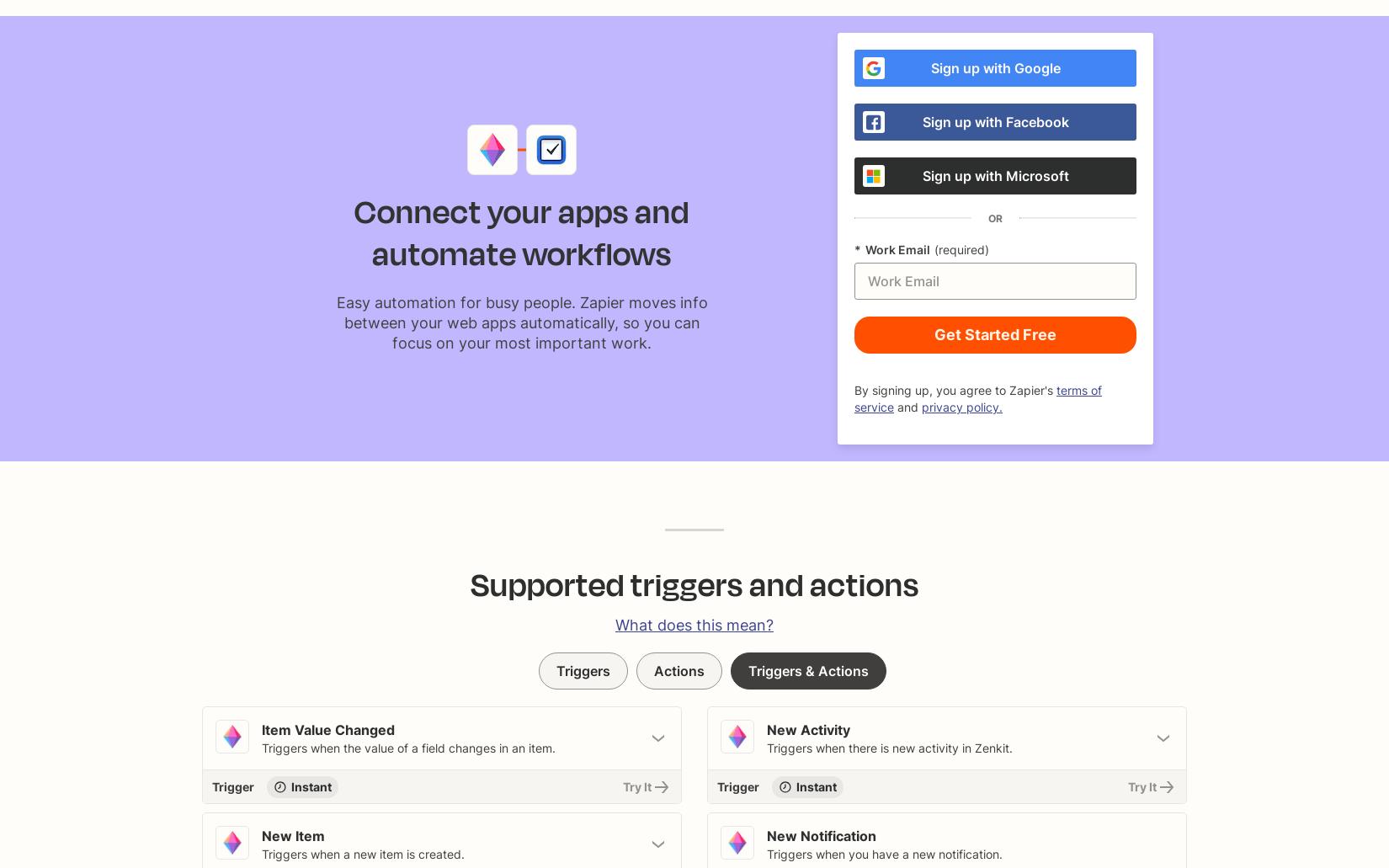 The image size is (1389, 868). Describe the element at coordinates (930, 68) in the screenshot. I see `'Sign up with Google'` at that location.